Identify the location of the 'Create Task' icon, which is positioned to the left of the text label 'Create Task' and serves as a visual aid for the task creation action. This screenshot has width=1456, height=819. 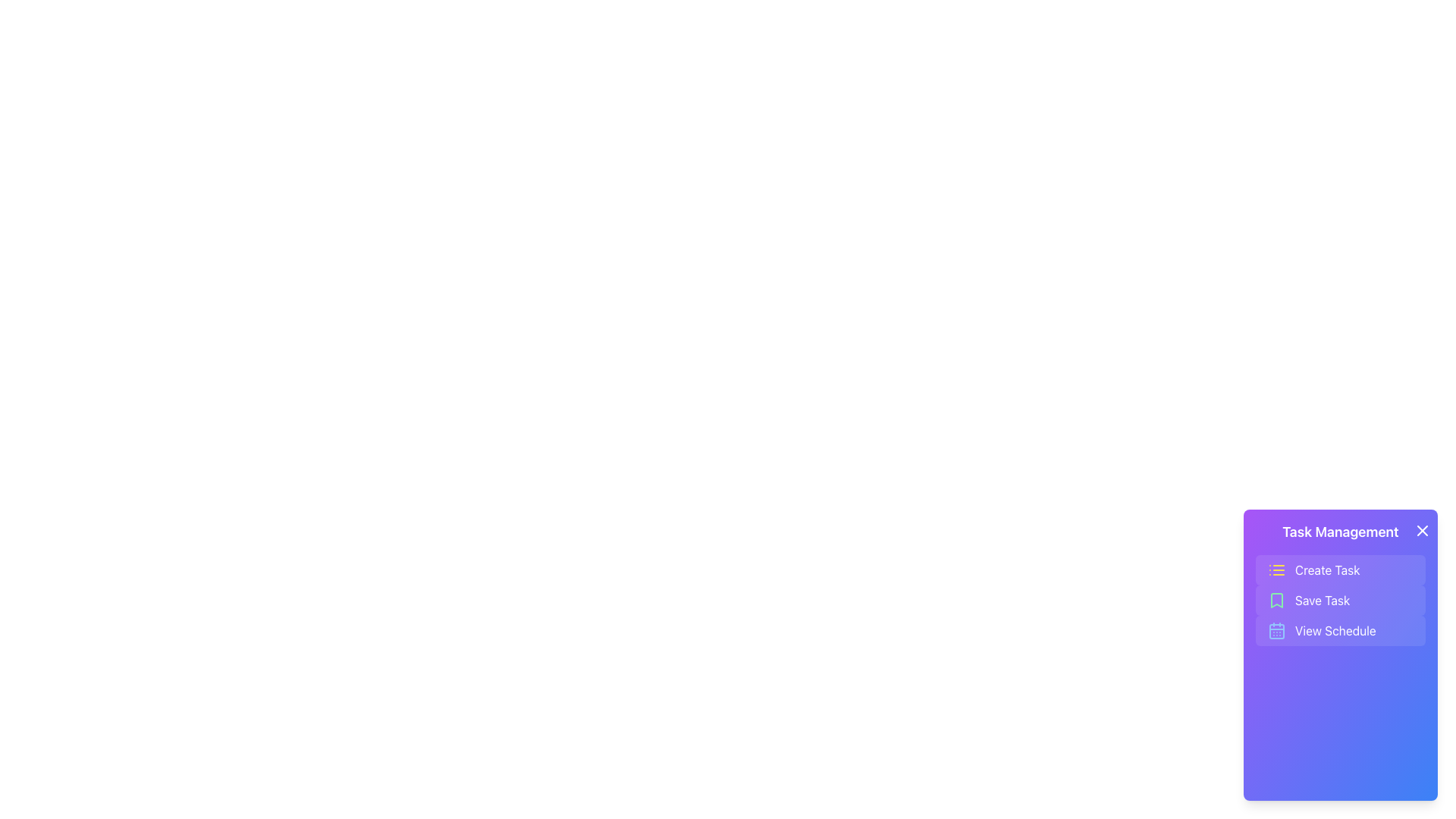
(1276, 570).